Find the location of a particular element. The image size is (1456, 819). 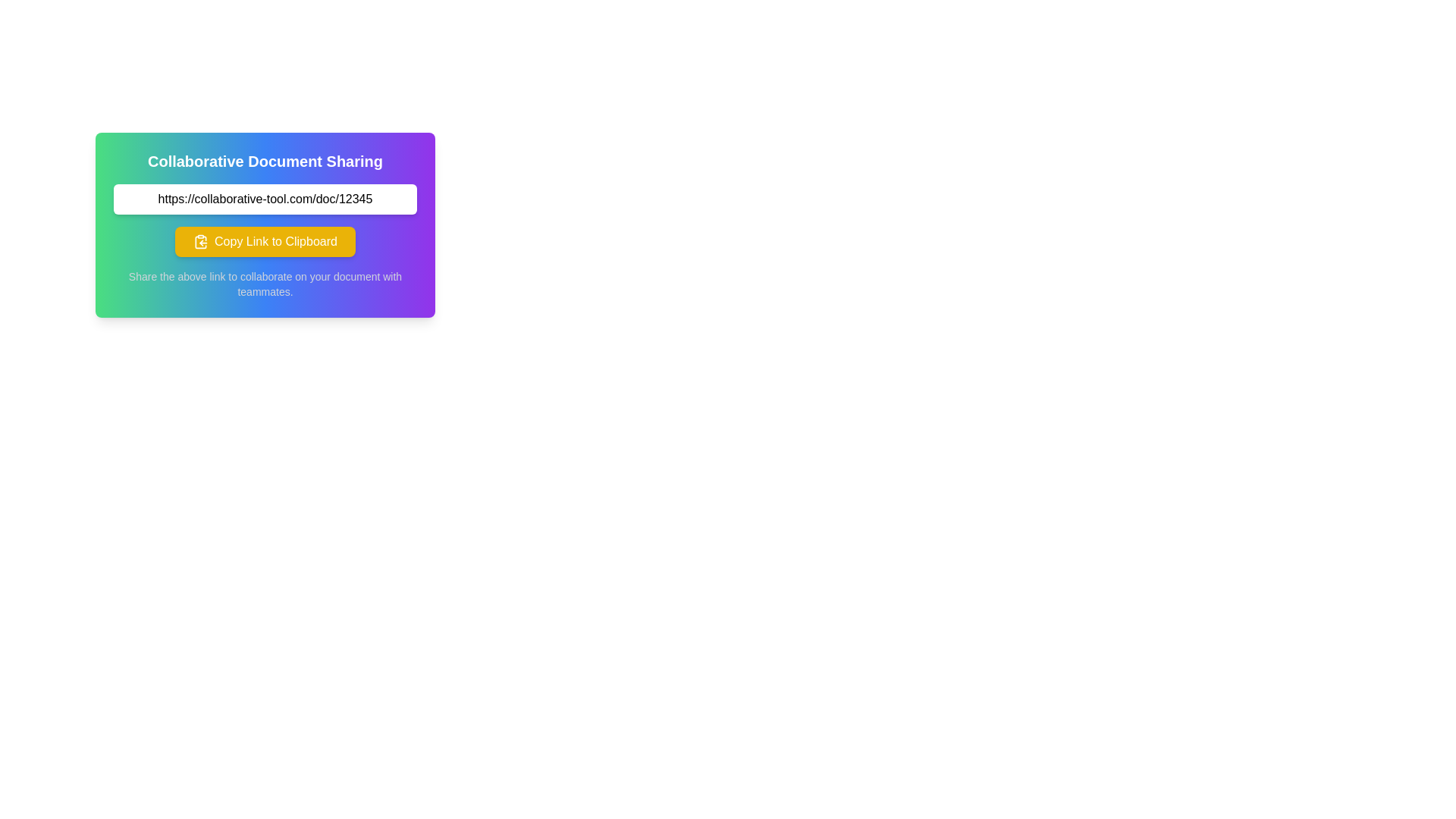

or click the yellow button labeled 'Copy Link to Clipboard' in the panel titled 'Collaborative Document Sharing' to copy the URL is located at coordinates (265, 225).